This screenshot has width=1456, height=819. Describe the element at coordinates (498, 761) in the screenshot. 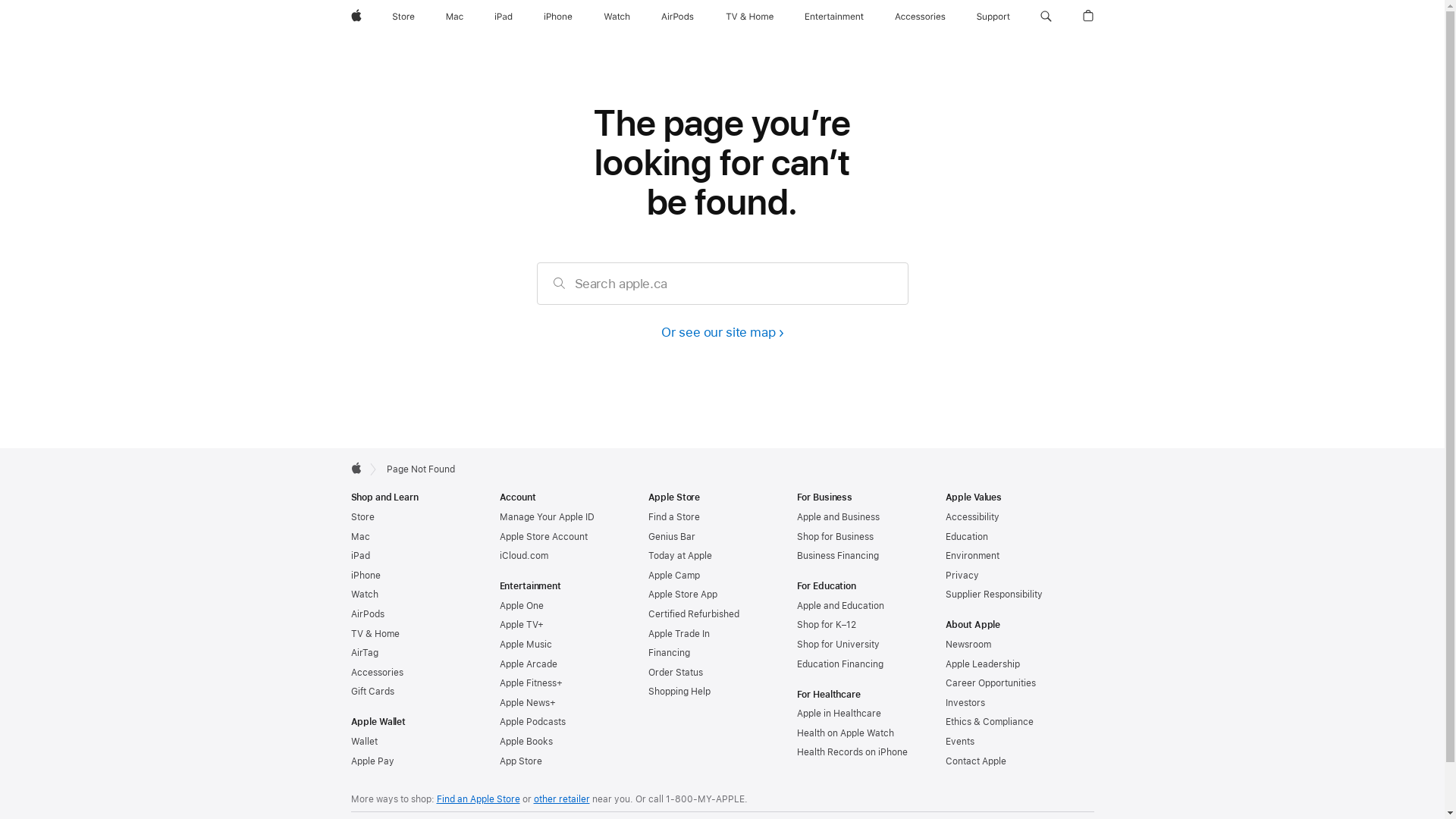

I see `'App Store'` at that location.